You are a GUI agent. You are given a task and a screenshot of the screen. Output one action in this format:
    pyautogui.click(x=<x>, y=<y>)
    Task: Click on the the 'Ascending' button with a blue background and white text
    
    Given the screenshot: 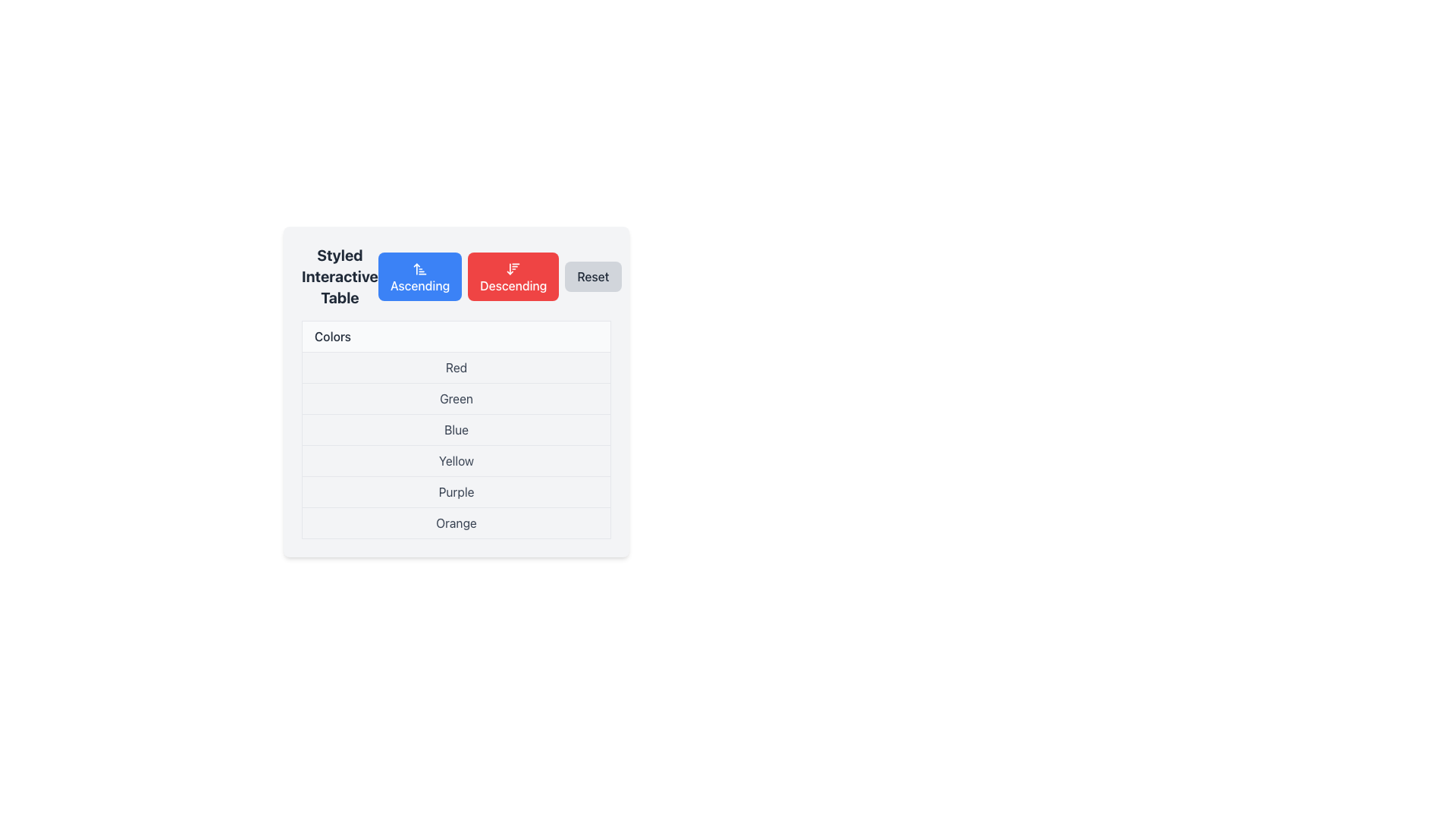 What is the action you would take?
    pyautogui.click(x=455, y=277)
    